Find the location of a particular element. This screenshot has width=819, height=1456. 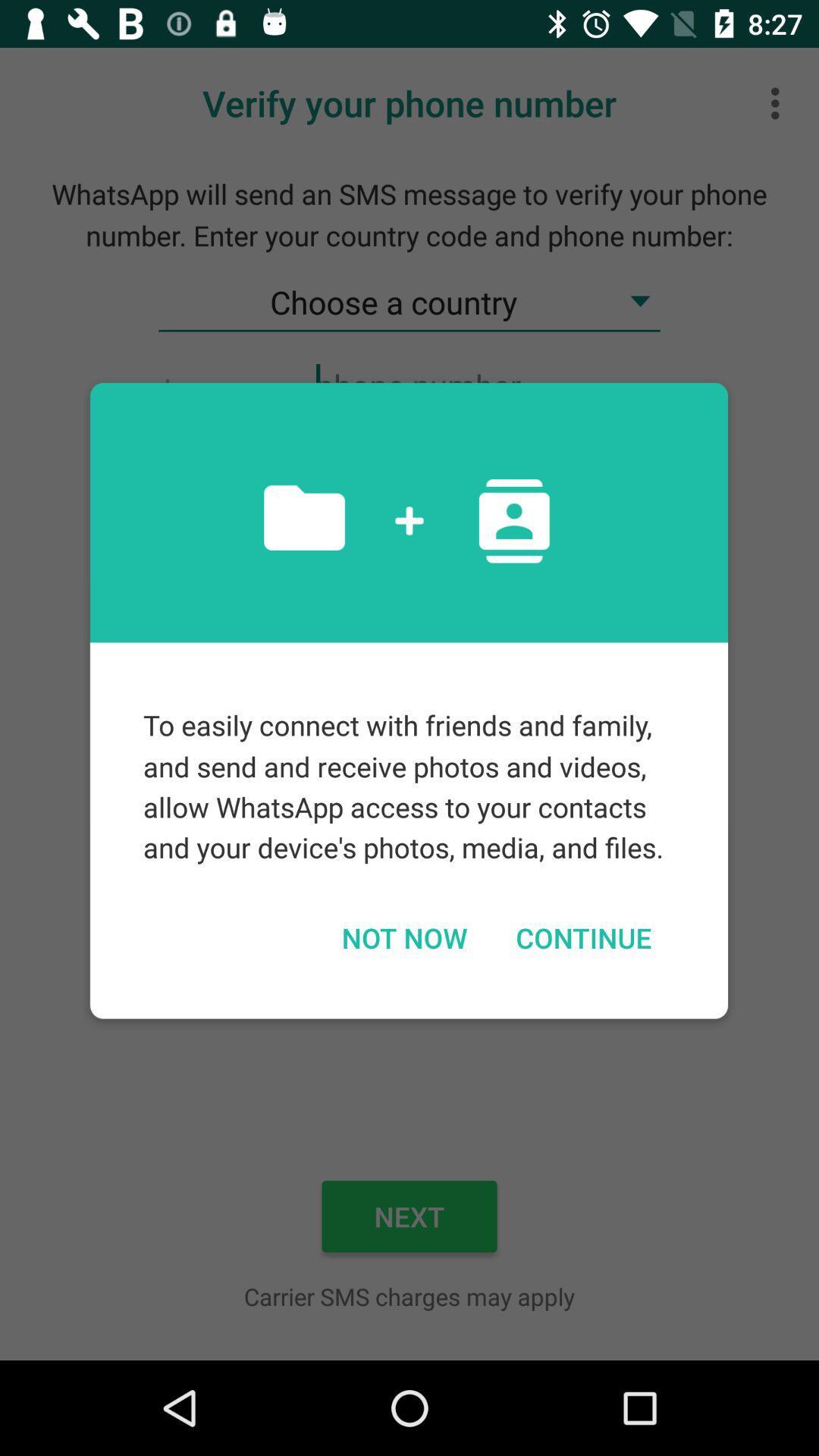

continue on the right is located at coordinates (582, 937).